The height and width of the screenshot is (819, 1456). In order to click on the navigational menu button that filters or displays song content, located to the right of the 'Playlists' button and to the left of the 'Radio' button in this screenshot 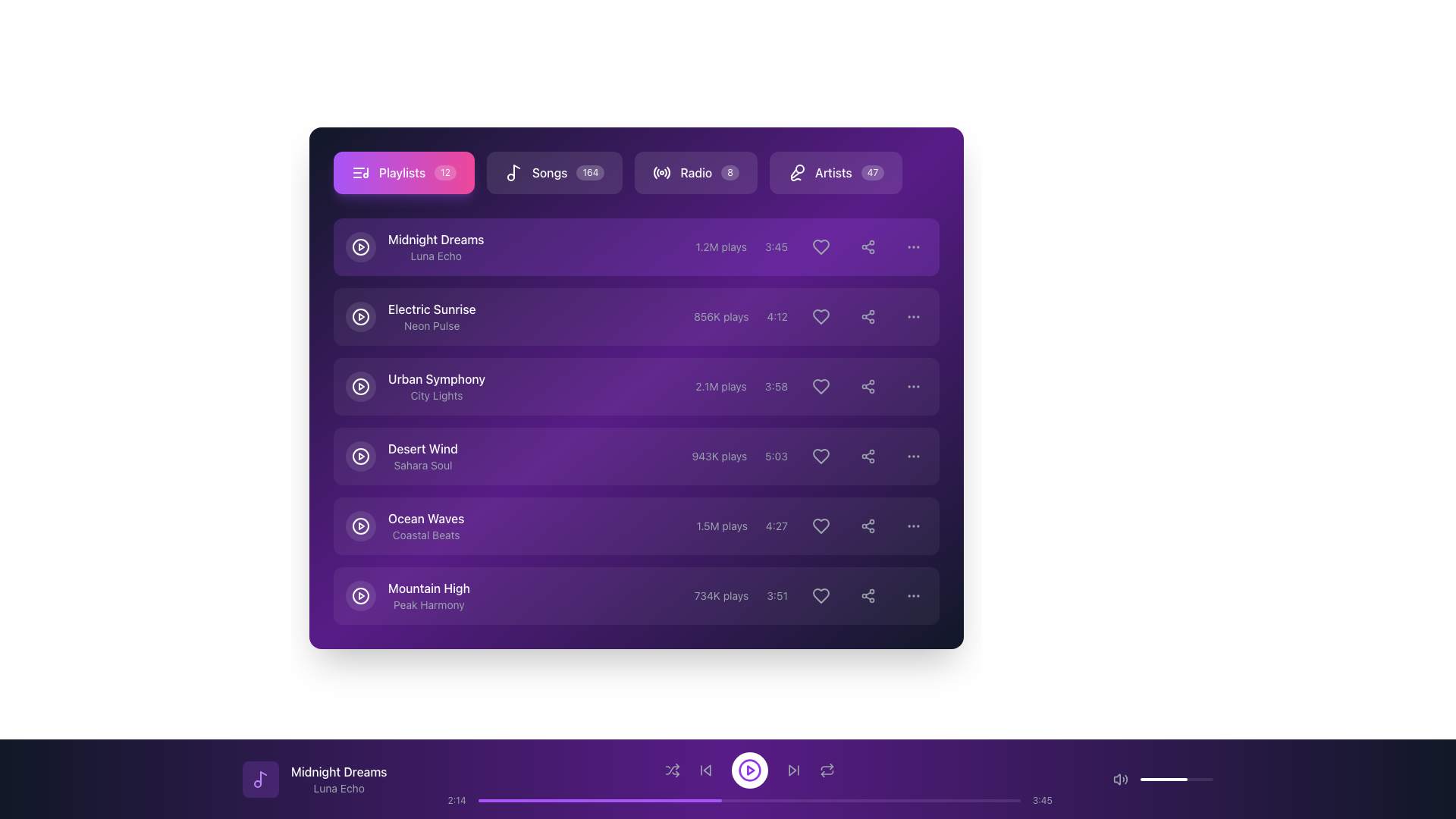, I will do `click(554, 171)`.